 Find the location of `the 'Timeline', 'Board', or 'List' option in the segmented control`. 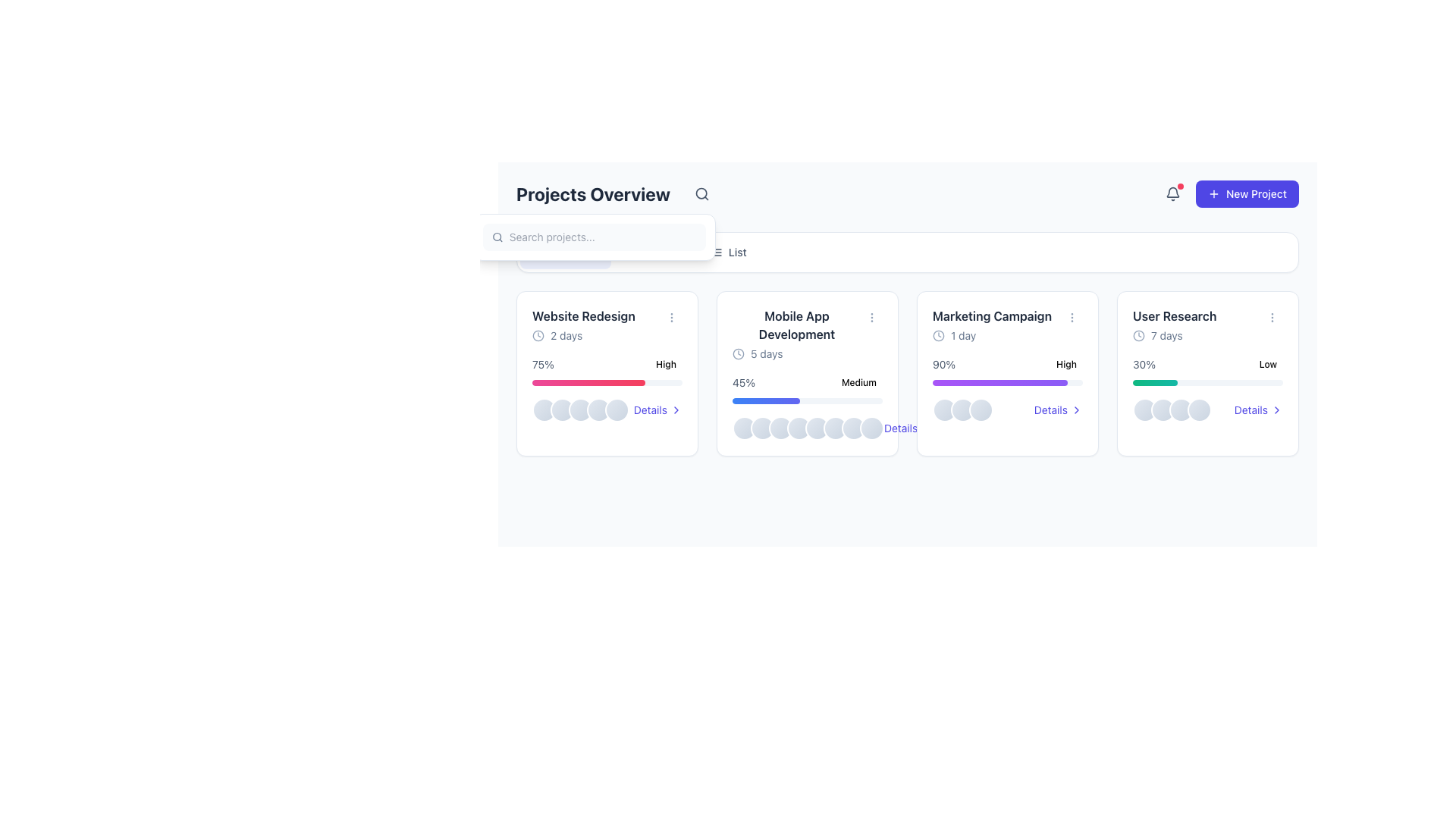

the 'Timeline', 'Board', or 'List' option in the segmented control is located at coordinates (907, 251).